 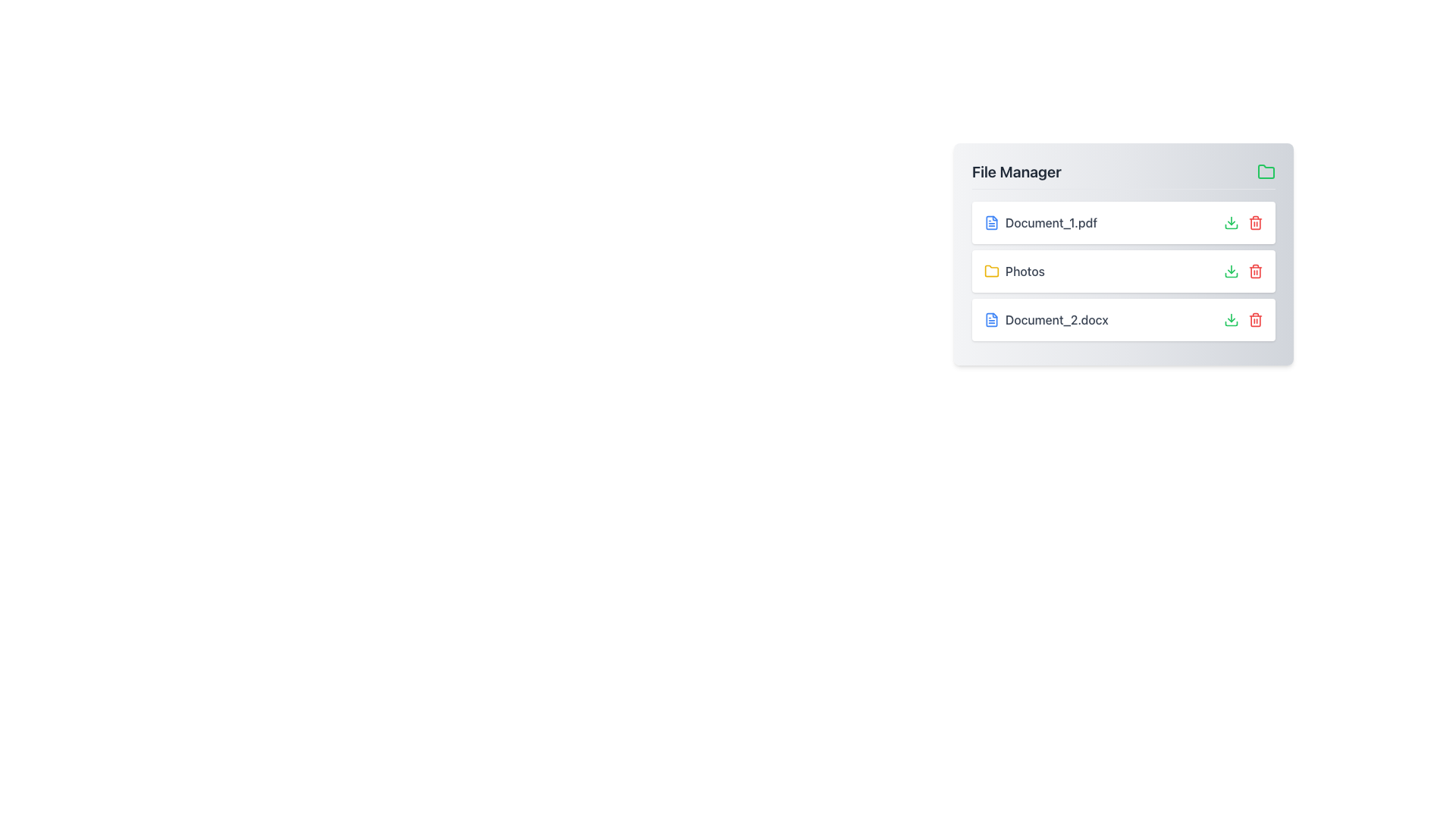 What do you see at coordinates (1044, 318) in the screenshot?
I see `the file name label located` at bounding box center [1044, 318].